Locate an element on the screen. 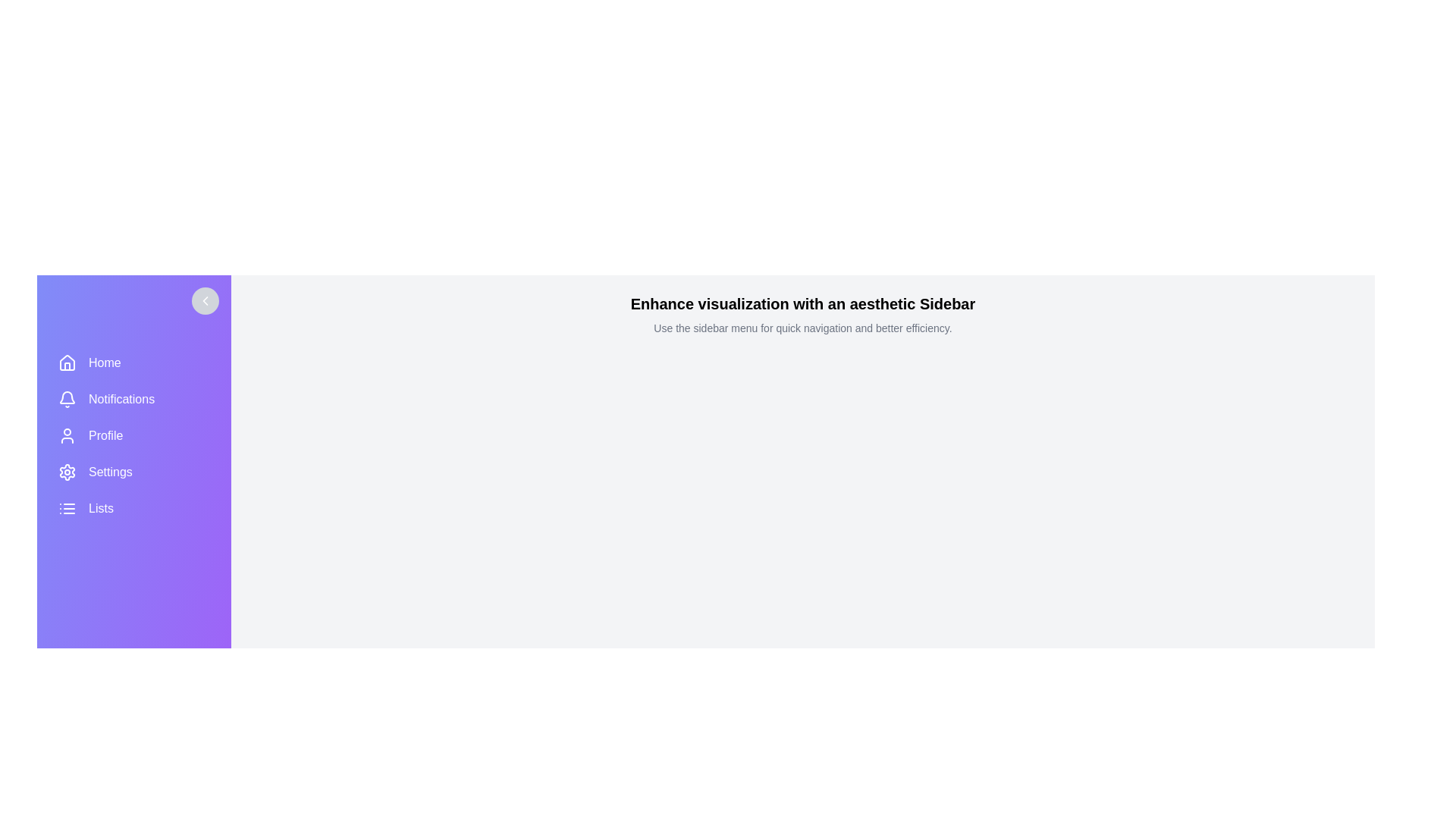  the menu item Home to reveal its label is located at coordinates (134, 362).